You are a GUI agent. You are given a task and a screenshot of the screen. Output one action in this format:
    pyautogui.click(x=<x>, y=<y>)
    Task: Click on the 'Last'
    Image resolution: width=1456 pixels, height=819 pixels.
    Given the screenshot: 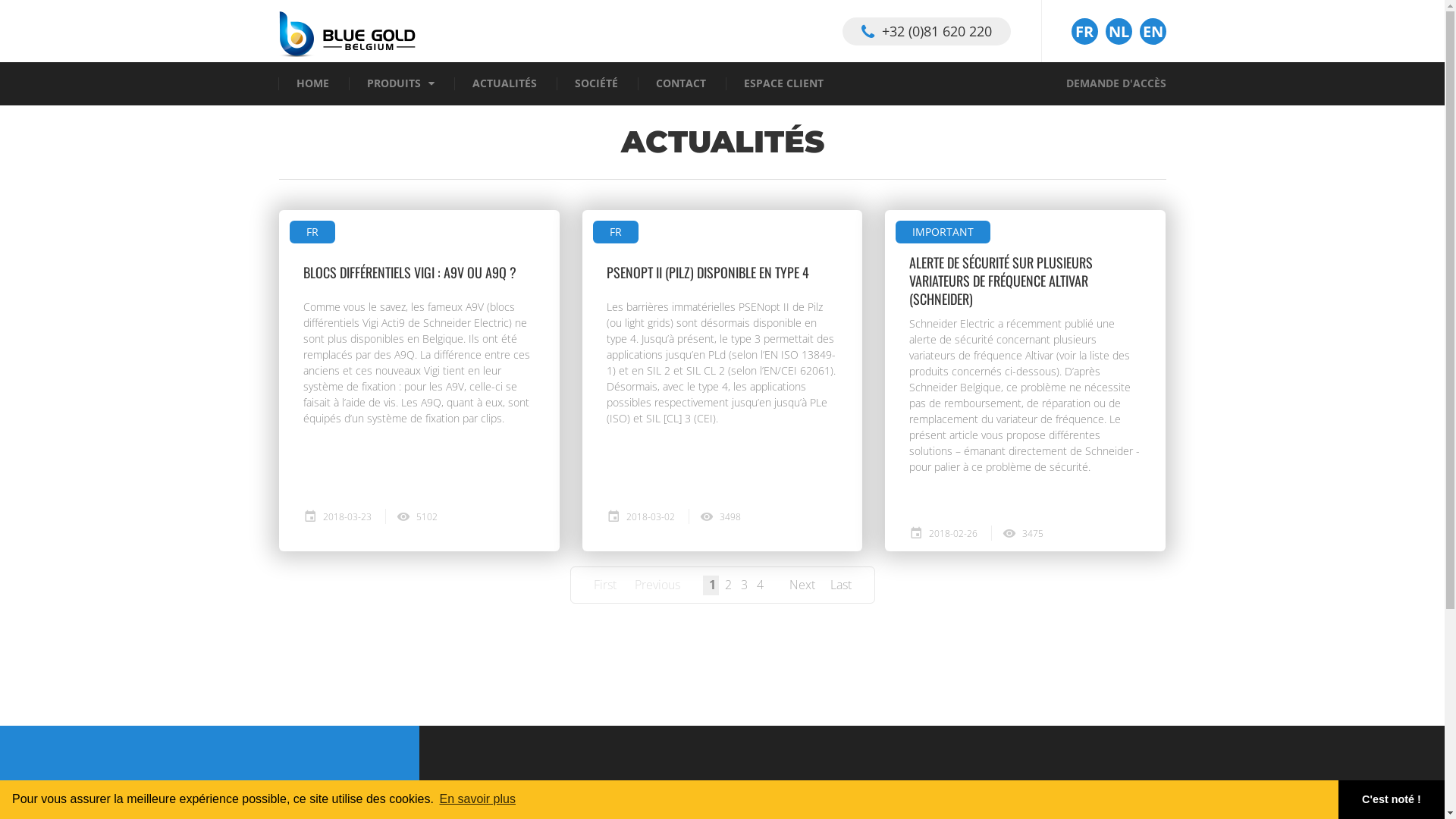 What is the action you would take?
    pyautogui.click(x=839, y=584)
    